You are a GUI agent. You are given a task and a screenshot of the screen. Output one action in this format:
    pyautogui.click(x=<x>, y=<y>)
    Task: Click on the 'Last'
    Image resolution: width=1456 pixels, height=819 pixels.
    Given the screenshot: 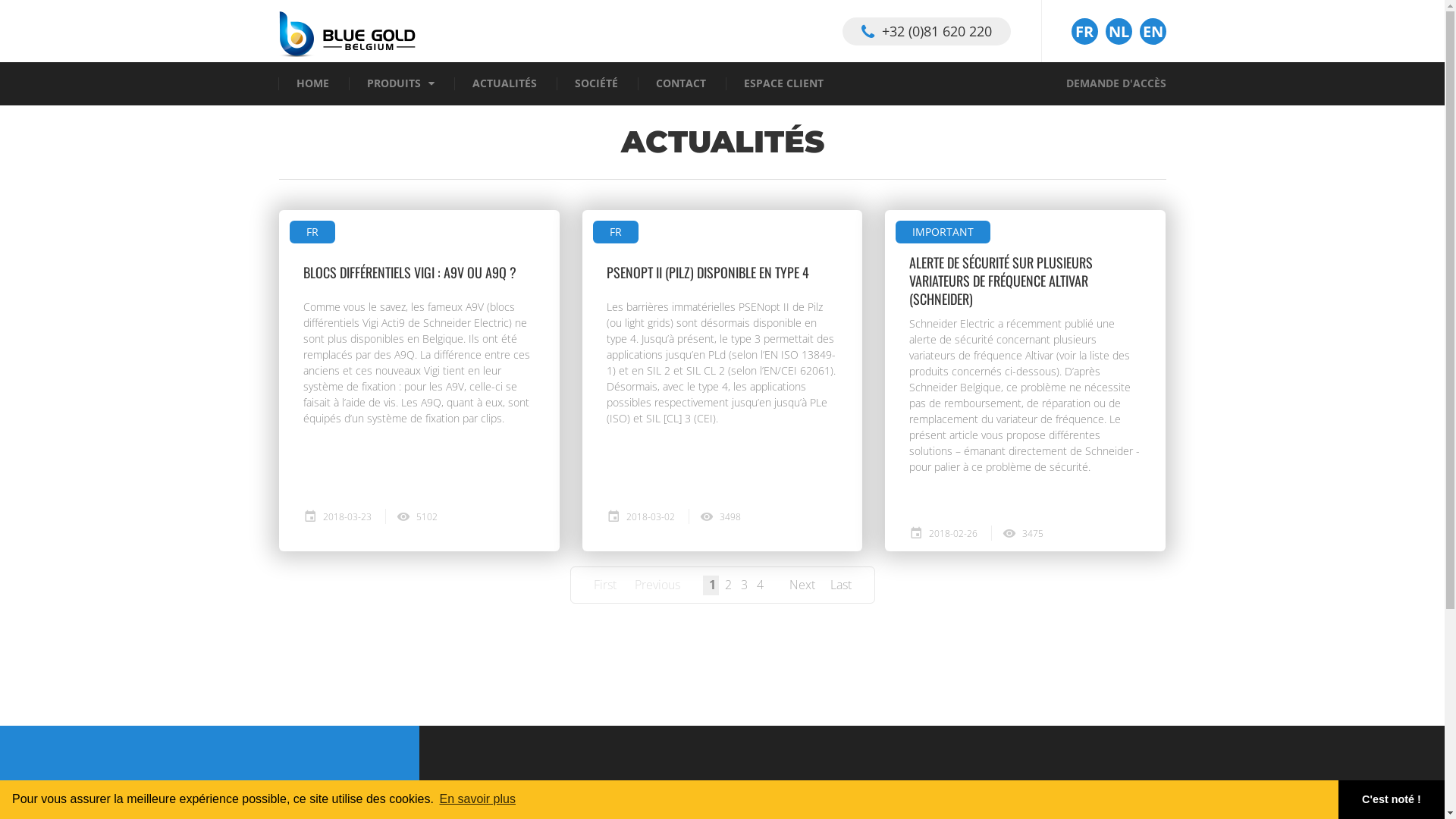 What is the action you would take?
    pyautogui.click(x=839, y=584)
    